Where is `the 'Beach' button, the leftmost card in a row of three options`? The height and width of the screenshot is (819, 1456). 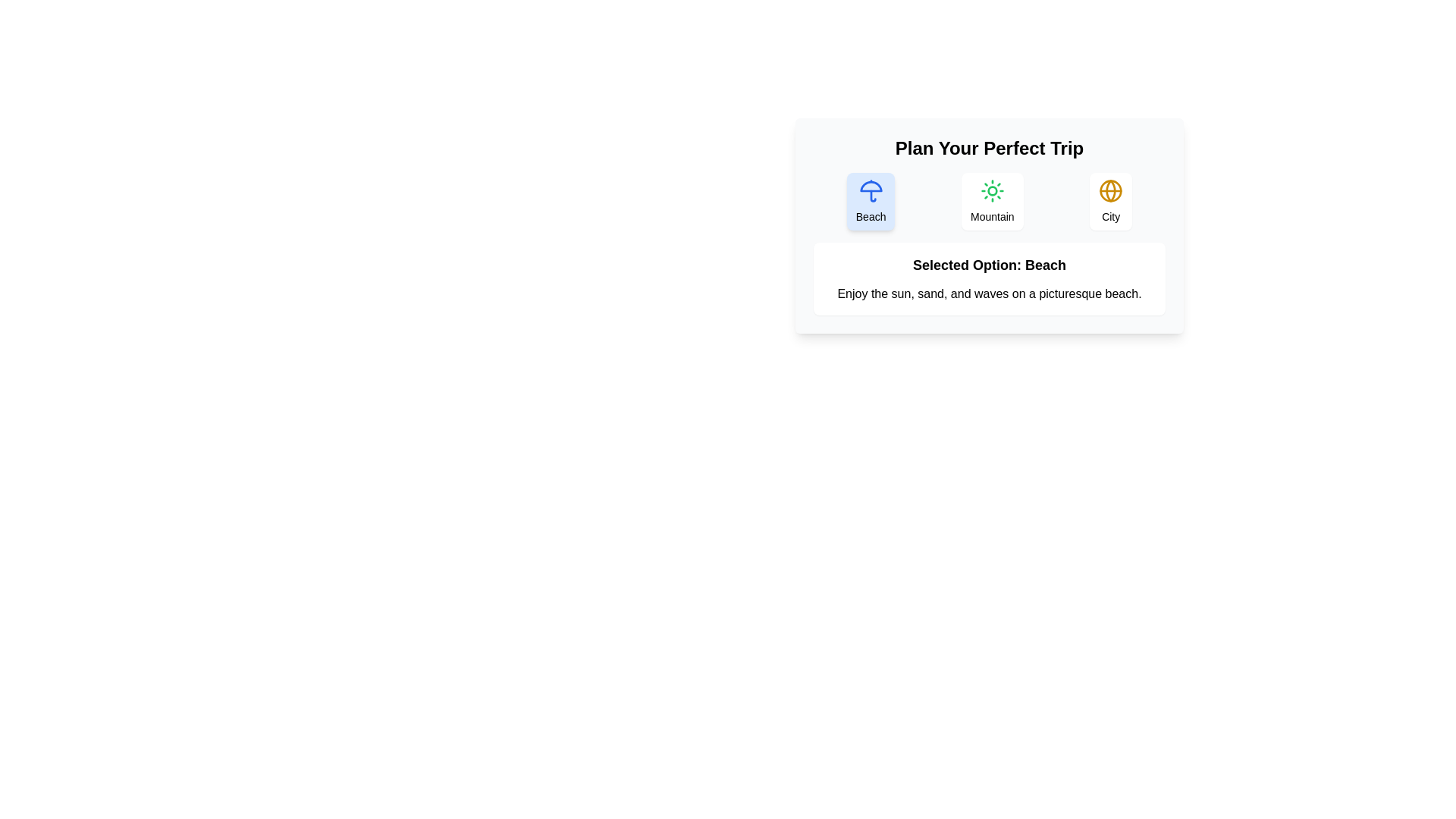
the 'Beach' button, the leftmost card in a row of three options is located at coordinates (871, 201).